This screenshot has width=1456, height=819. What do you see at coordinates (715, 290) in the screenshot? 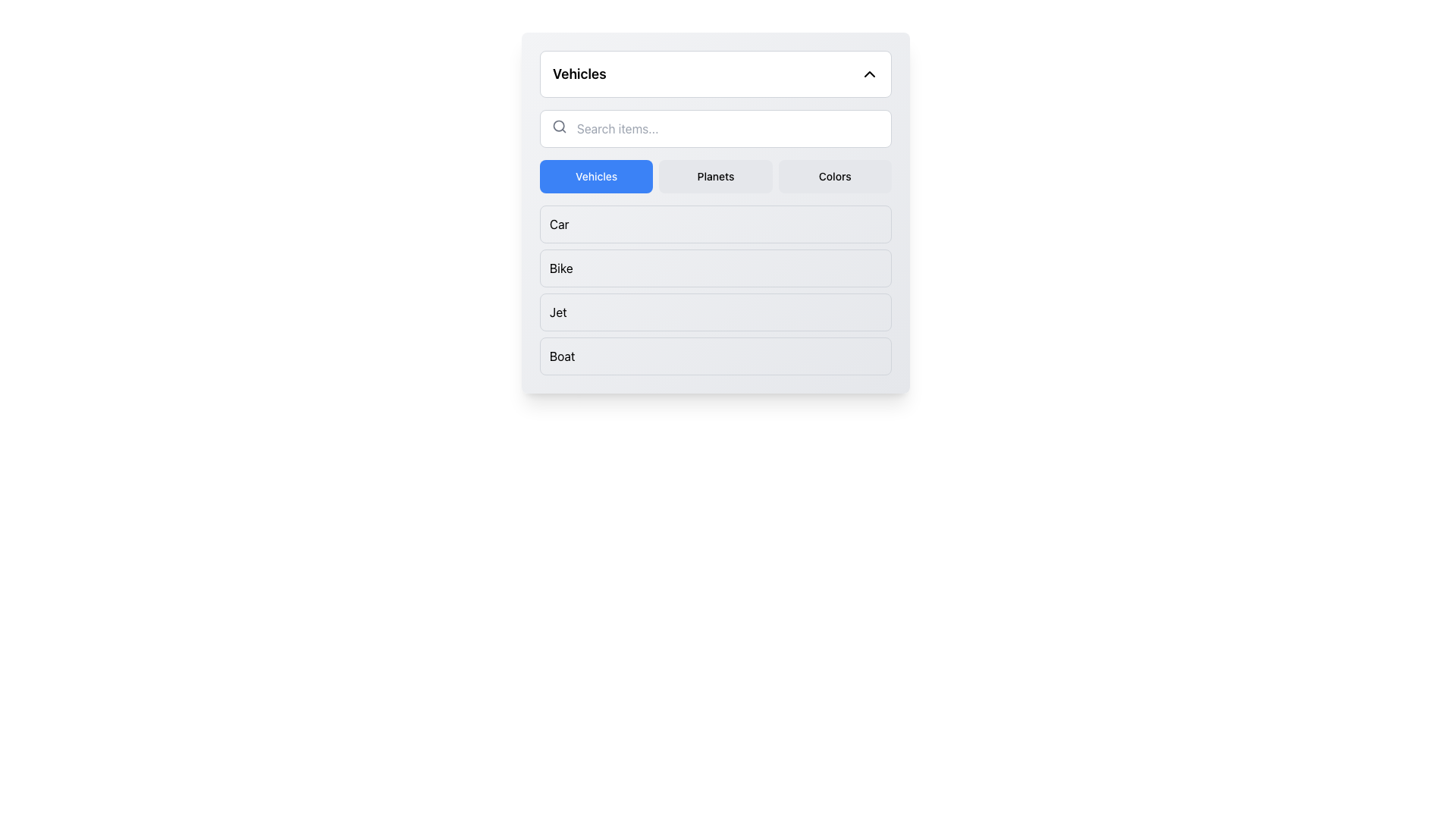
I see `the vehicle selection list located below the 'Vehicles' button` at bounding box center [715, 290].